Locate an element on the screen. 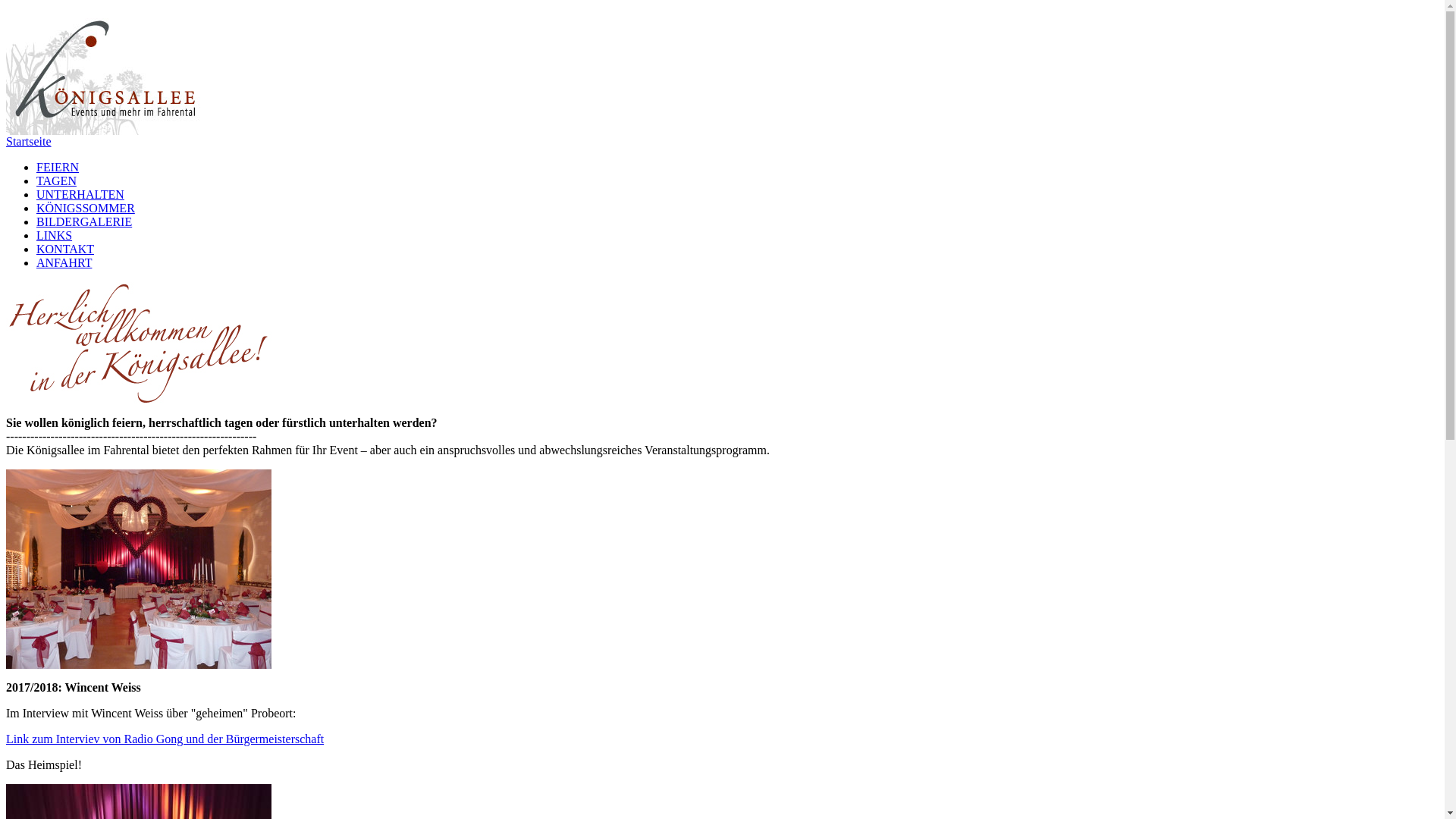 Image resolution: width=1456 pixels, height=819 pixels. 'LINKS' is located at coordinates (36, 235).